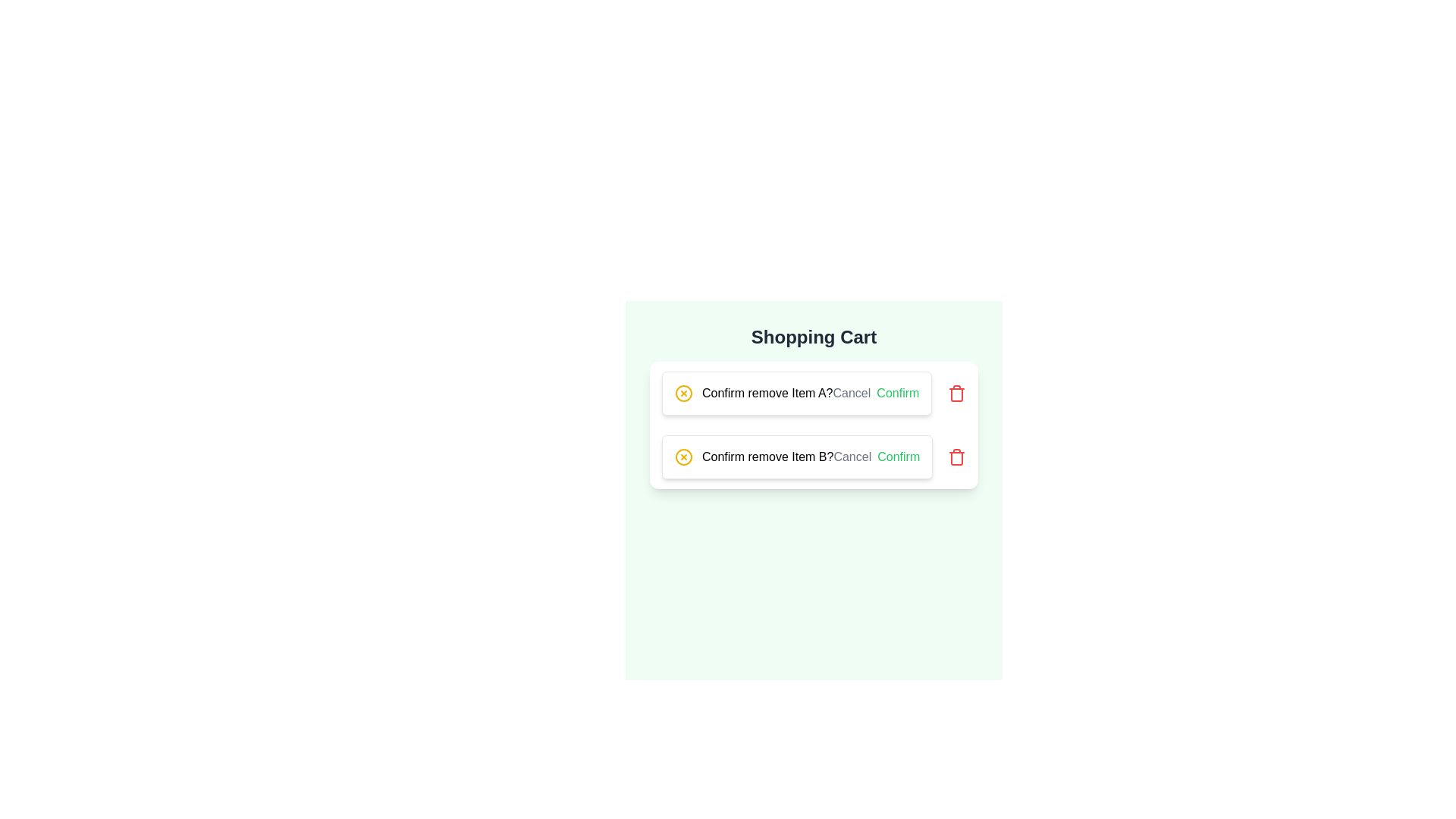  Describe the element at coordinates (682, 403) in the screenshot. I see `the price text label for 'Item A' in the shopping cart interface` at that location.